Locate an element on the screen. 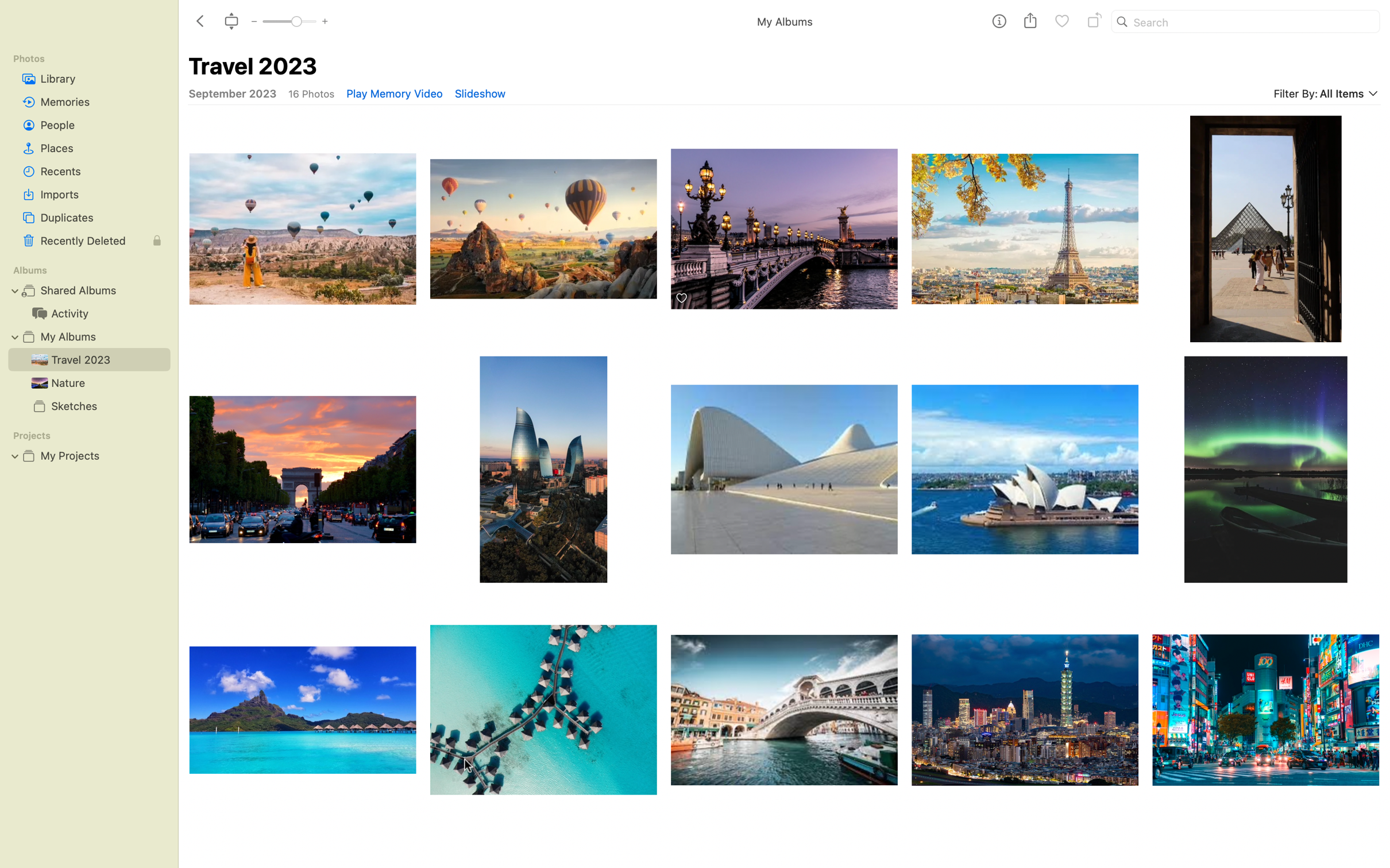  In the "Nature" album, use the upper toolbar to zoom in on the images is located at coordinates (85, 382).